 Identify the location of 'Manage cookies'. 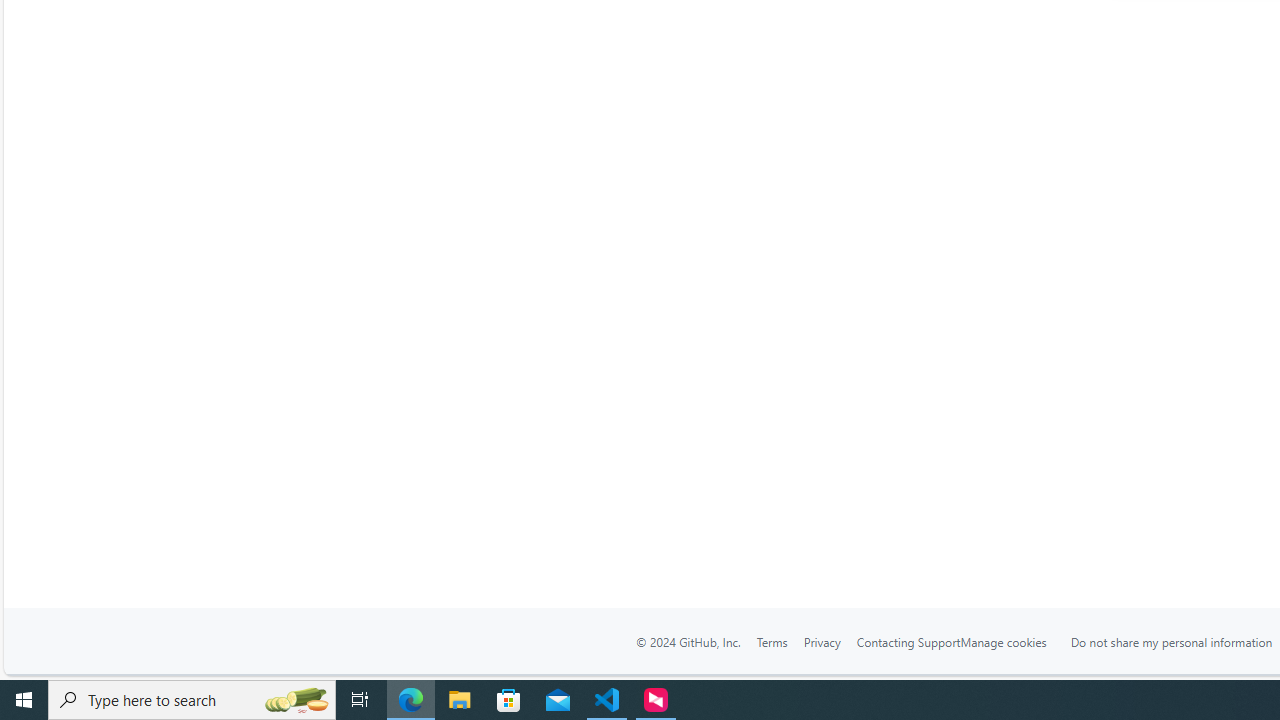
(1003, 641).